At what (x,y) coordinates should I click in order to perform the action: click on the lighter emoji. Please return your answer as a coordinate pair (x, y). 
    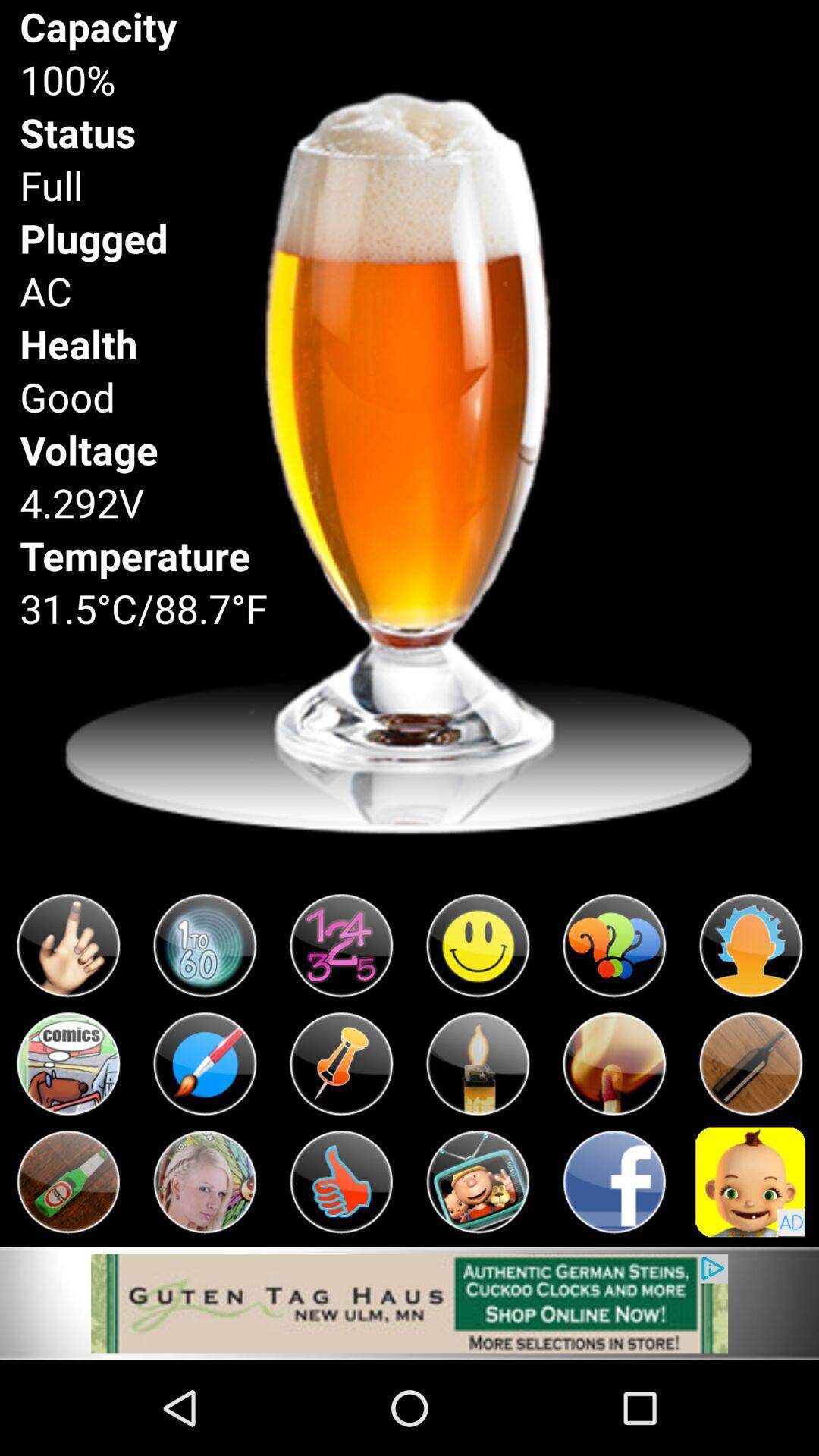
    Looking at the image, I should click on (476, 1063).